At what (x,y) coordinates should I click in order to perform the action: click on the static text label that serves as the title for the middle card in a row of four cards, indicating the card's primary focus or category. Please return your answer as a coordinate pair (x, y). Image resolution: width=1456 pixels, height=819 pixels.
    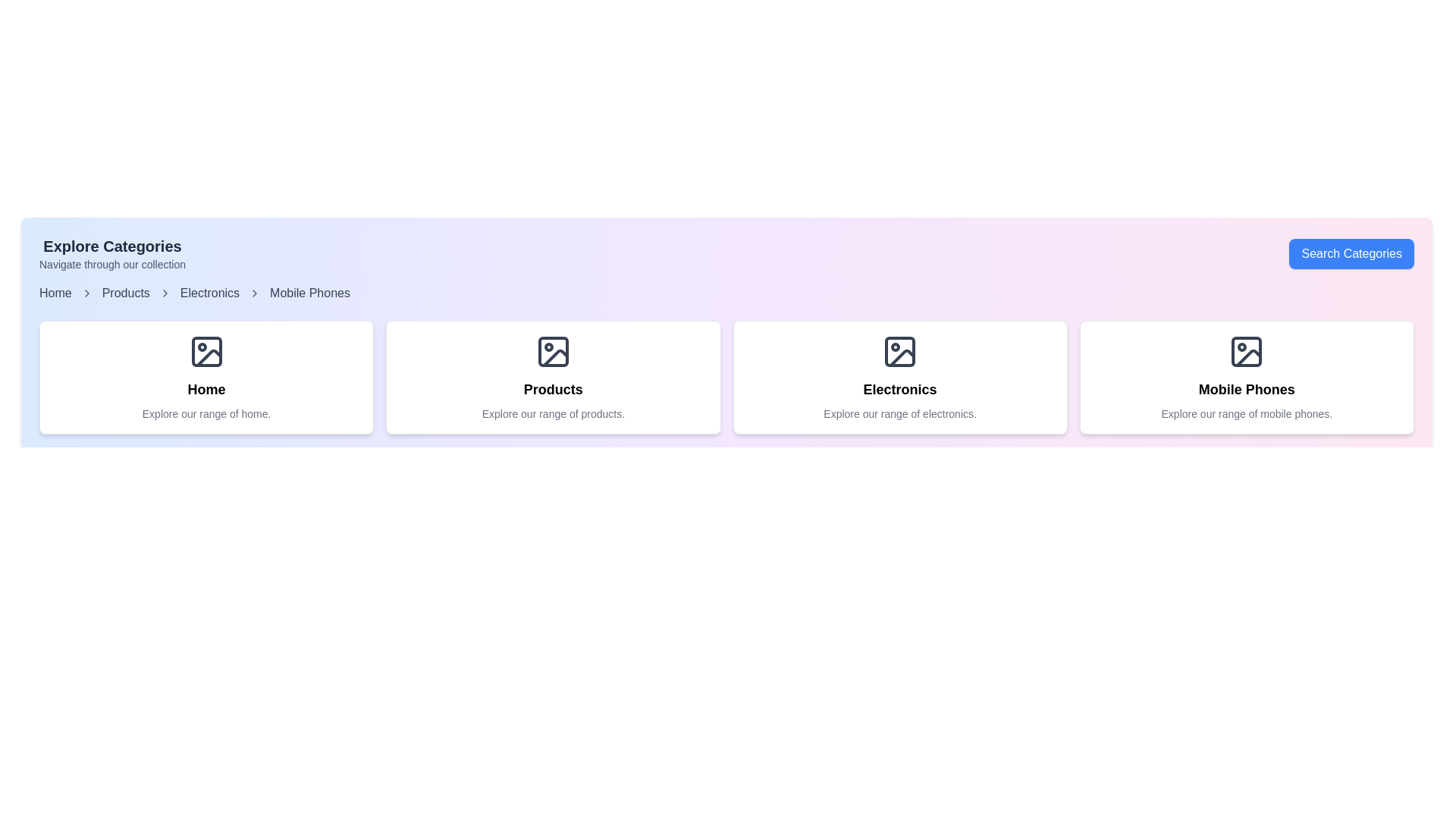
    Looking at the image, I should click on (552, 388).